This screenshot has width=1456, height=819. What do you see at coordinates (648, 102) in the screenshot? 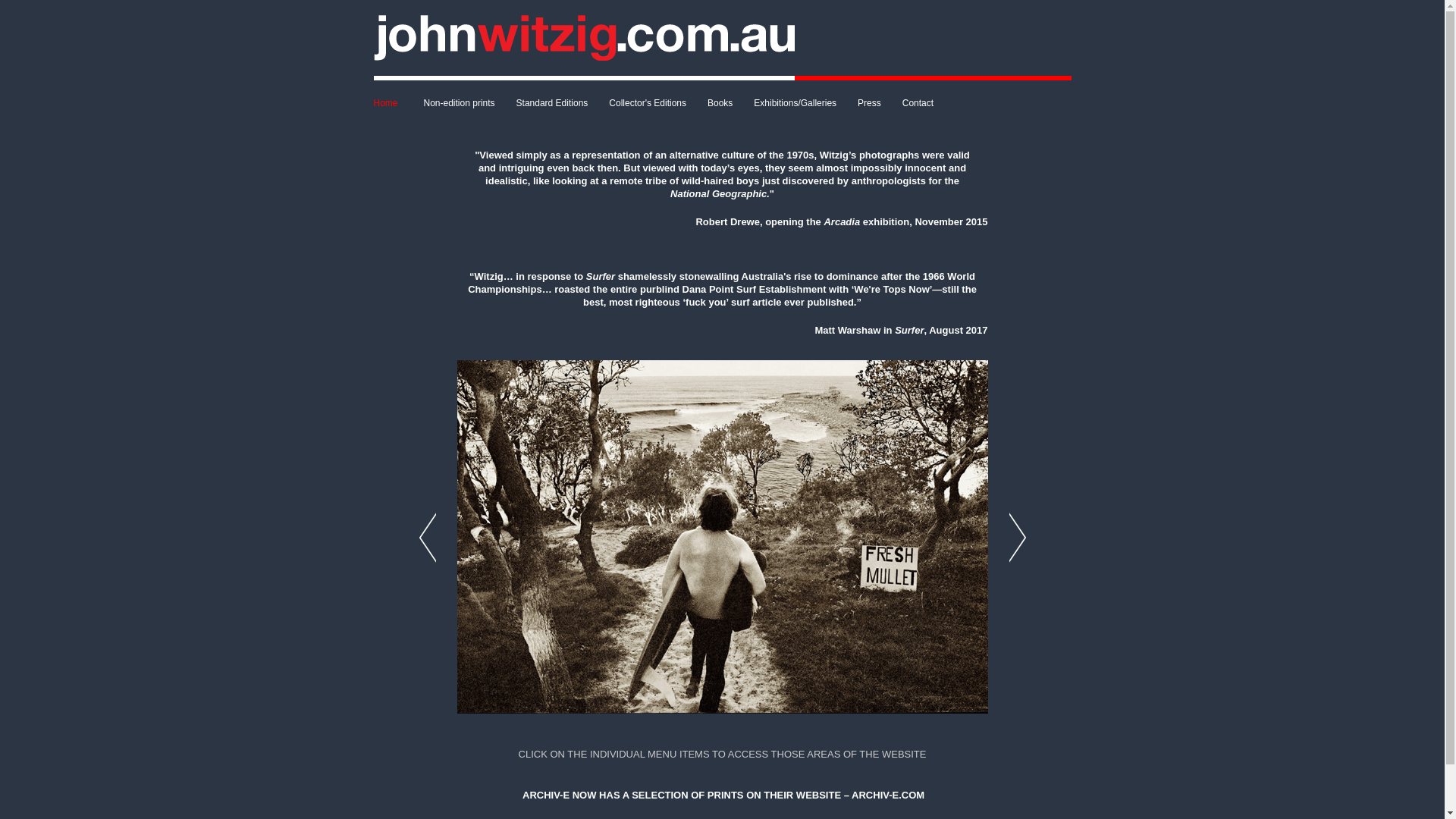
I see `'Collector's Editions'` at bounding box center [648, 102].